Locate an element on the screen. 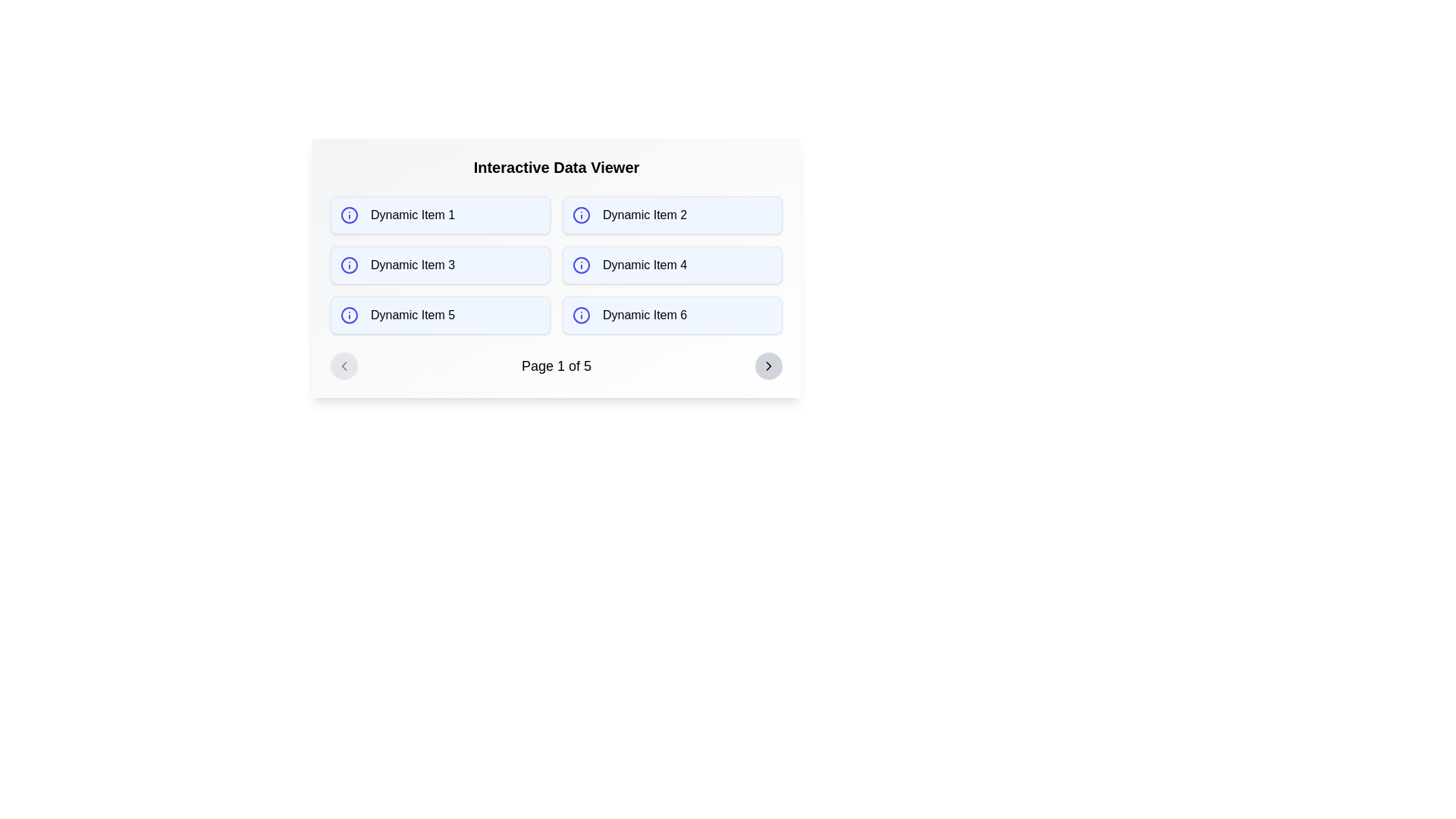  the navigational icon located inside the circular button at the bottom-left corner of the interface is located at coordinates (344, 366).